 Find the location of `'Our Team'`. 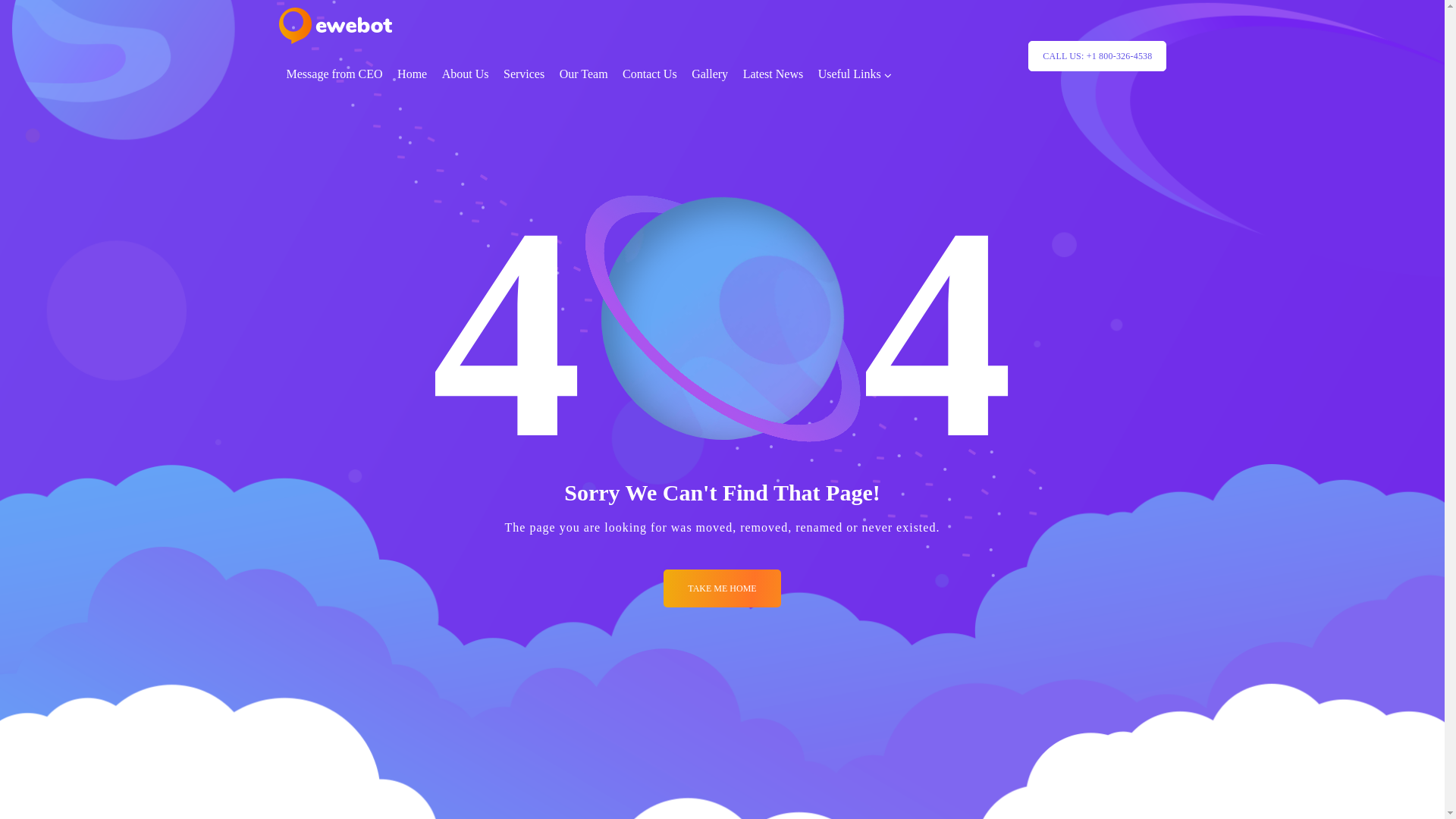

'Our Team' is located at coordinates (559, 74).